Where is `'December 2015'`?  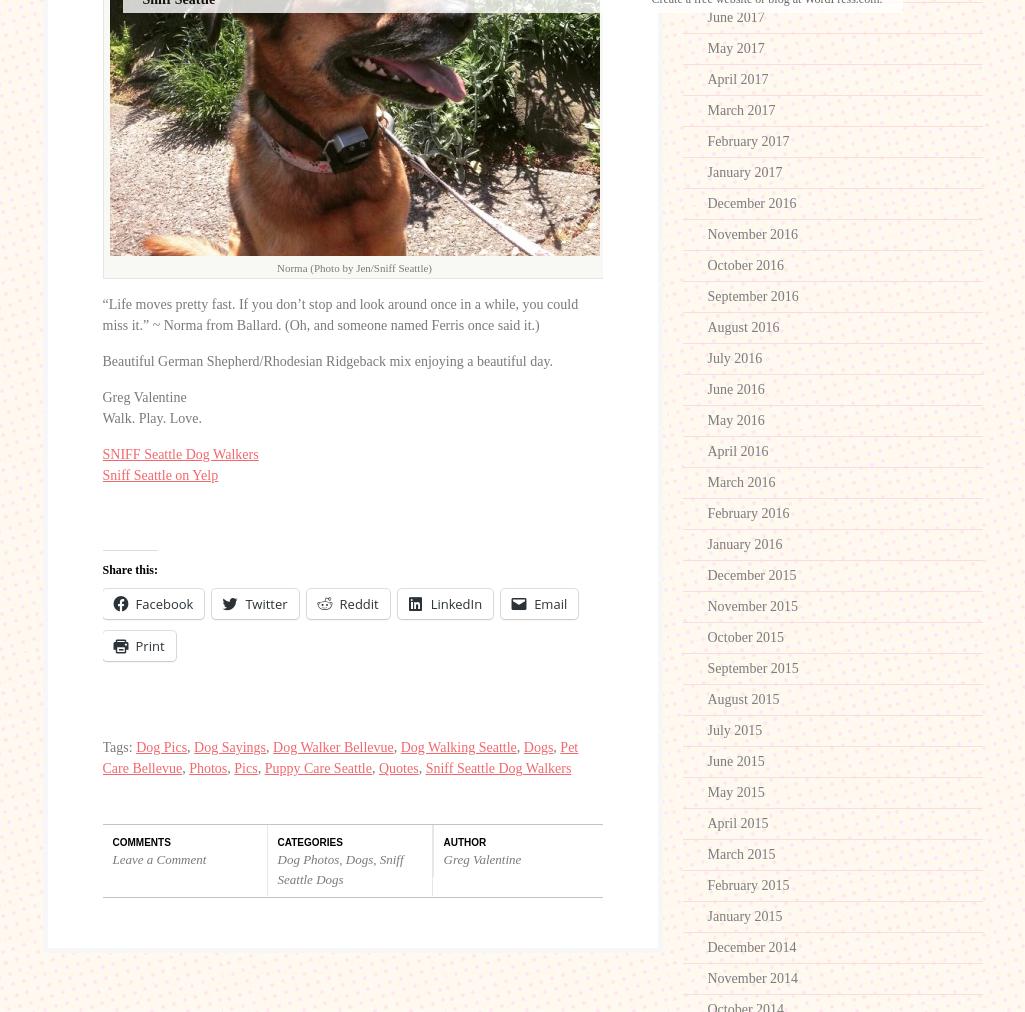 'December 2015' is located at coordinates (751, 574).